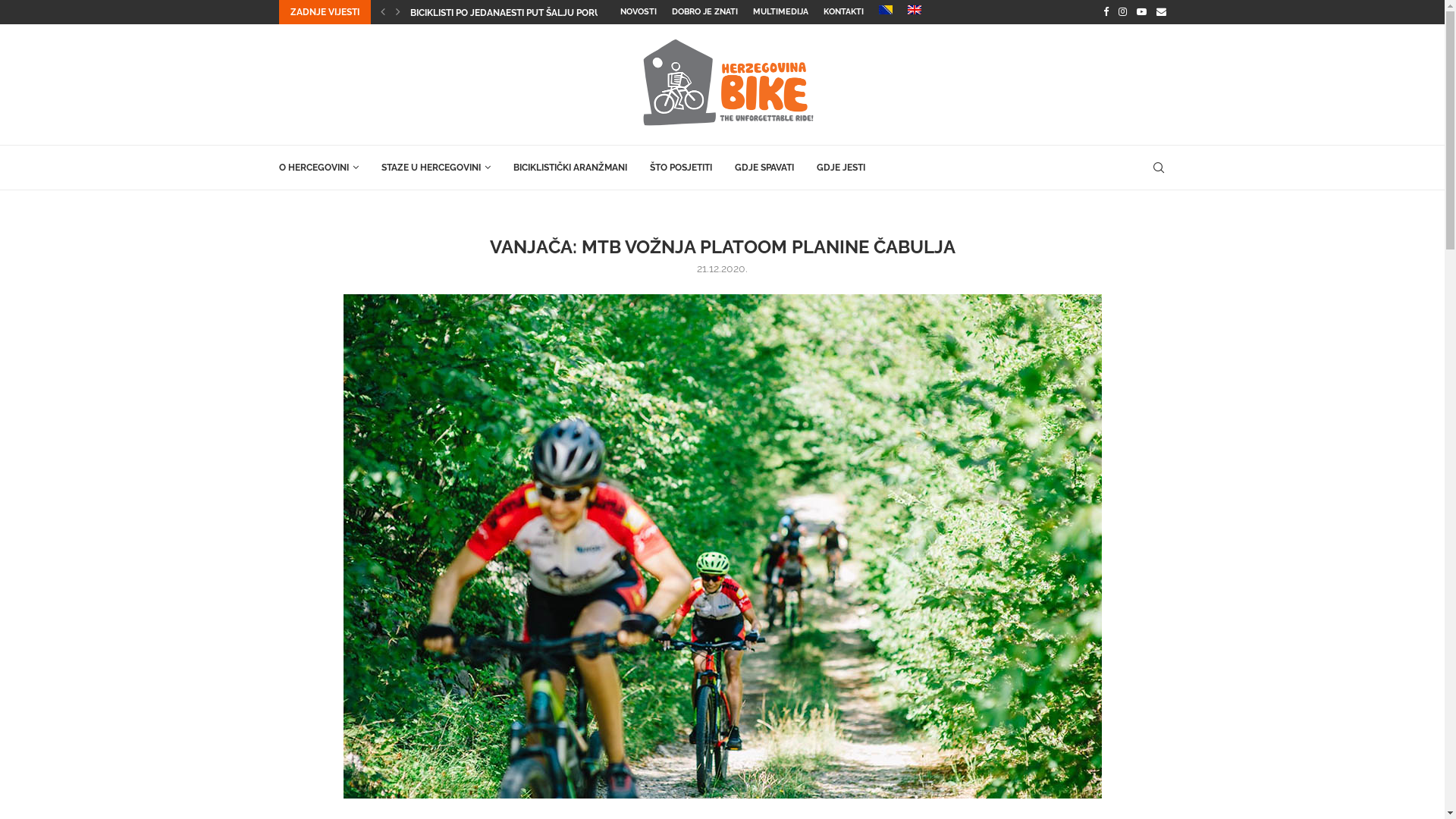  What do you see at coordinates (843, 11) in the screenshot?
I see `'KONTAKTI'` at bounding box center [843, 11].